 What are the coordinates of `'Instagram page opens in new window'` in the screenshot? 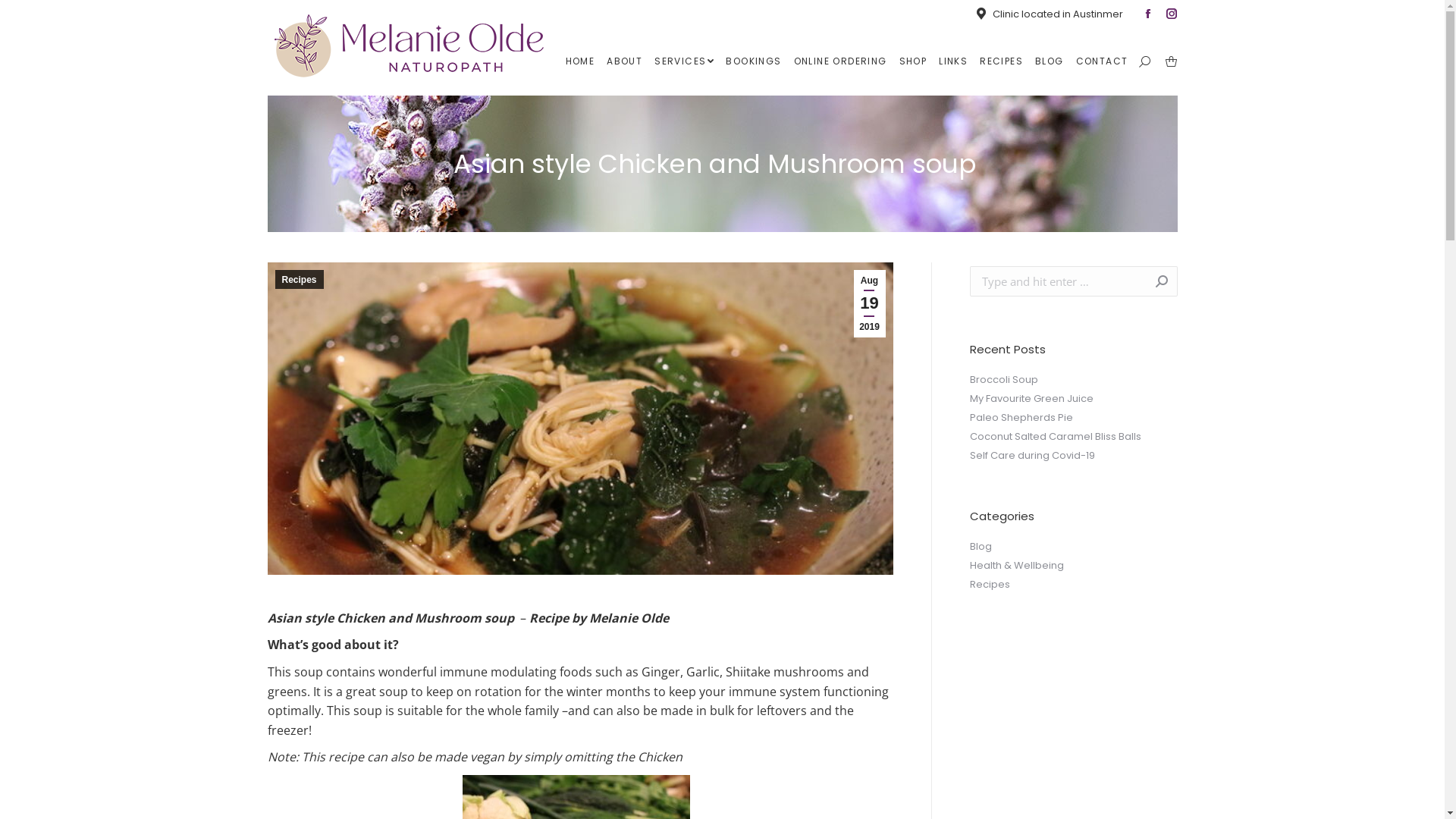 It's located at (1171, 14).